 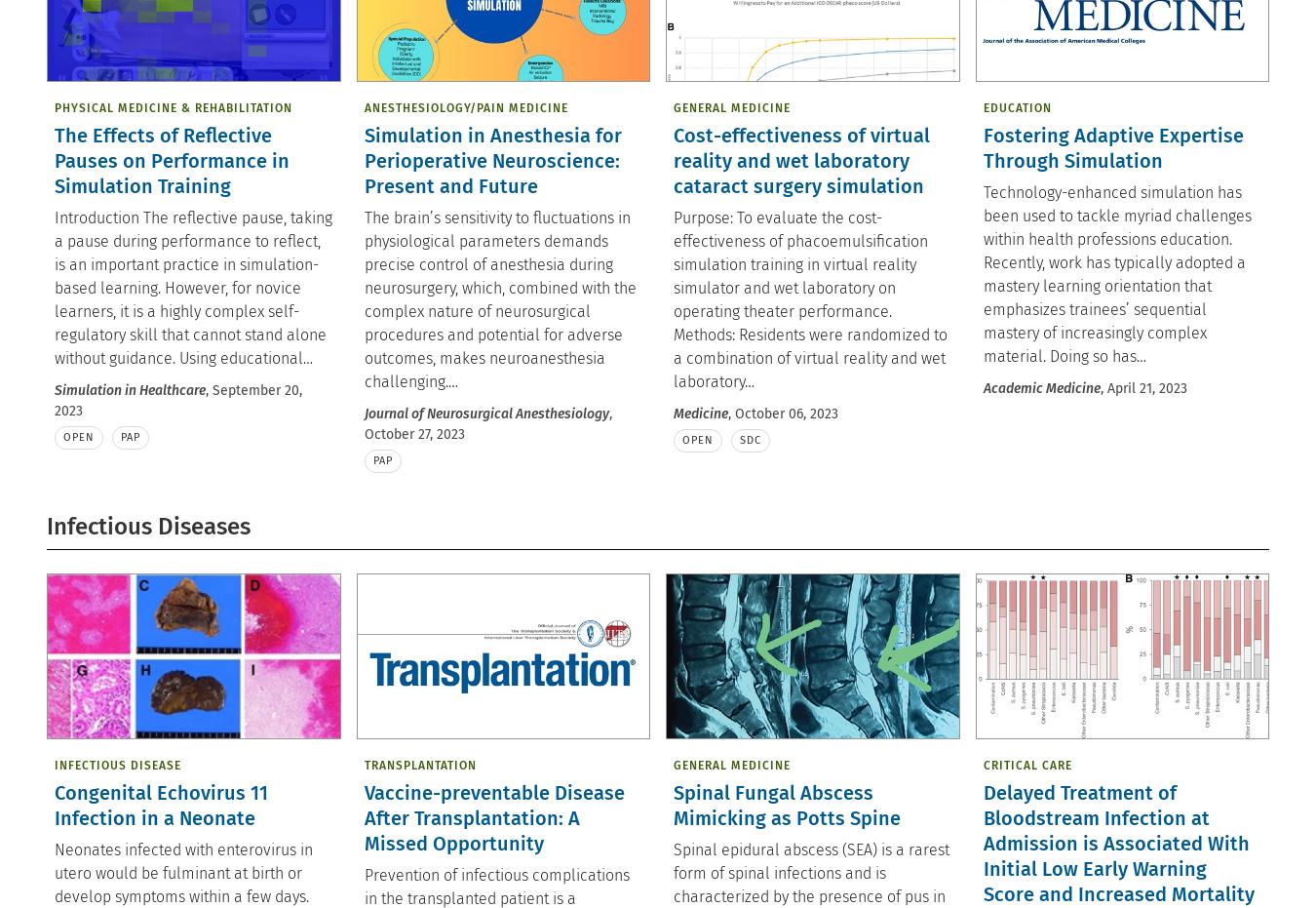 I want to click on '© 2023', so click(x=65, y=203).